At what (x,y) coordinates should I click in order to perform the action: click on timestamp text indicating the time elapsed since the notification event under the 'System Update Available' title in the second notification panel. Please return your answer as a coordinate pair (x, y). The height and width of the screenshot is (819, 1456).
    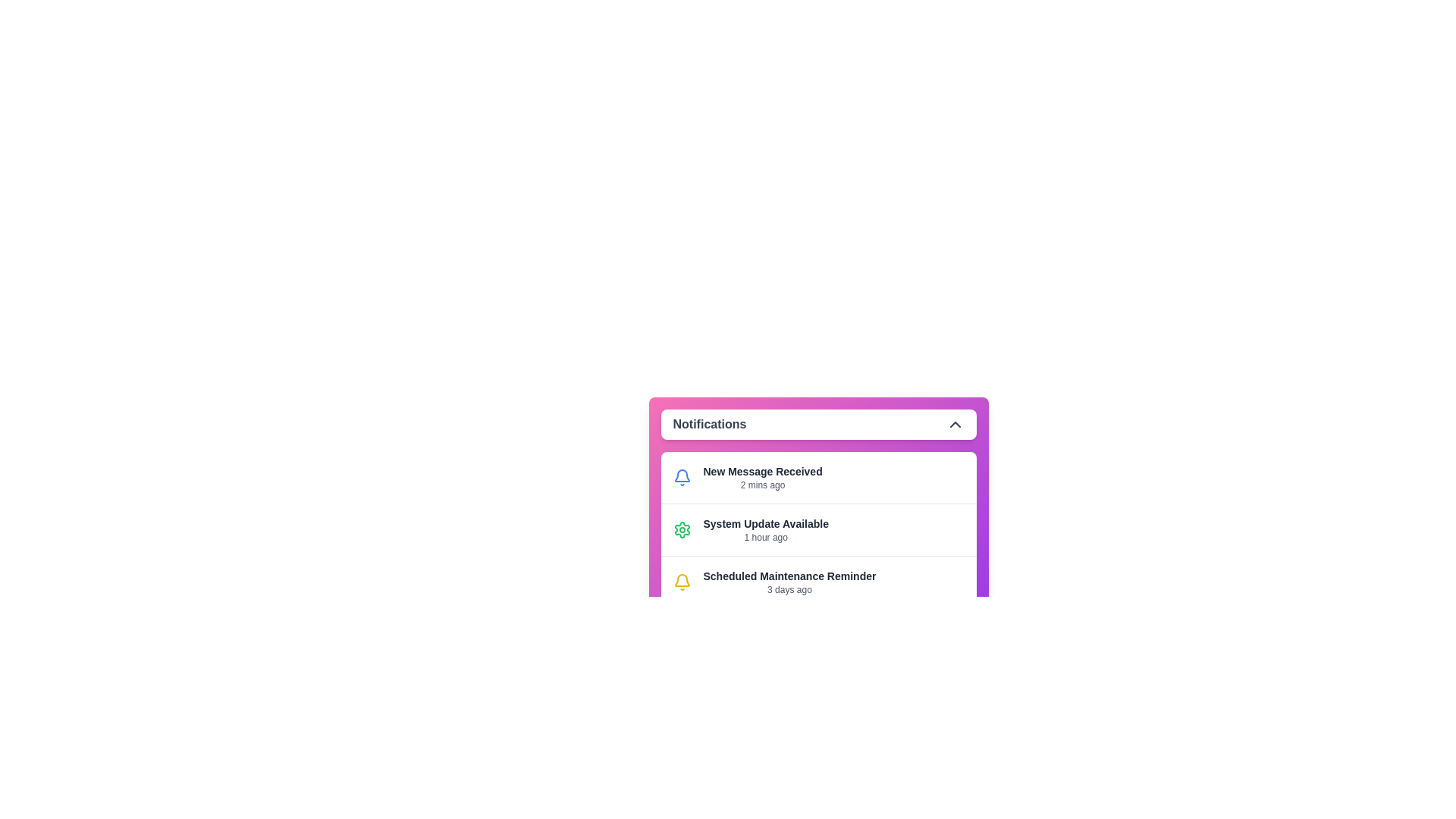
    Looking at the image, I should click on (766, 537).